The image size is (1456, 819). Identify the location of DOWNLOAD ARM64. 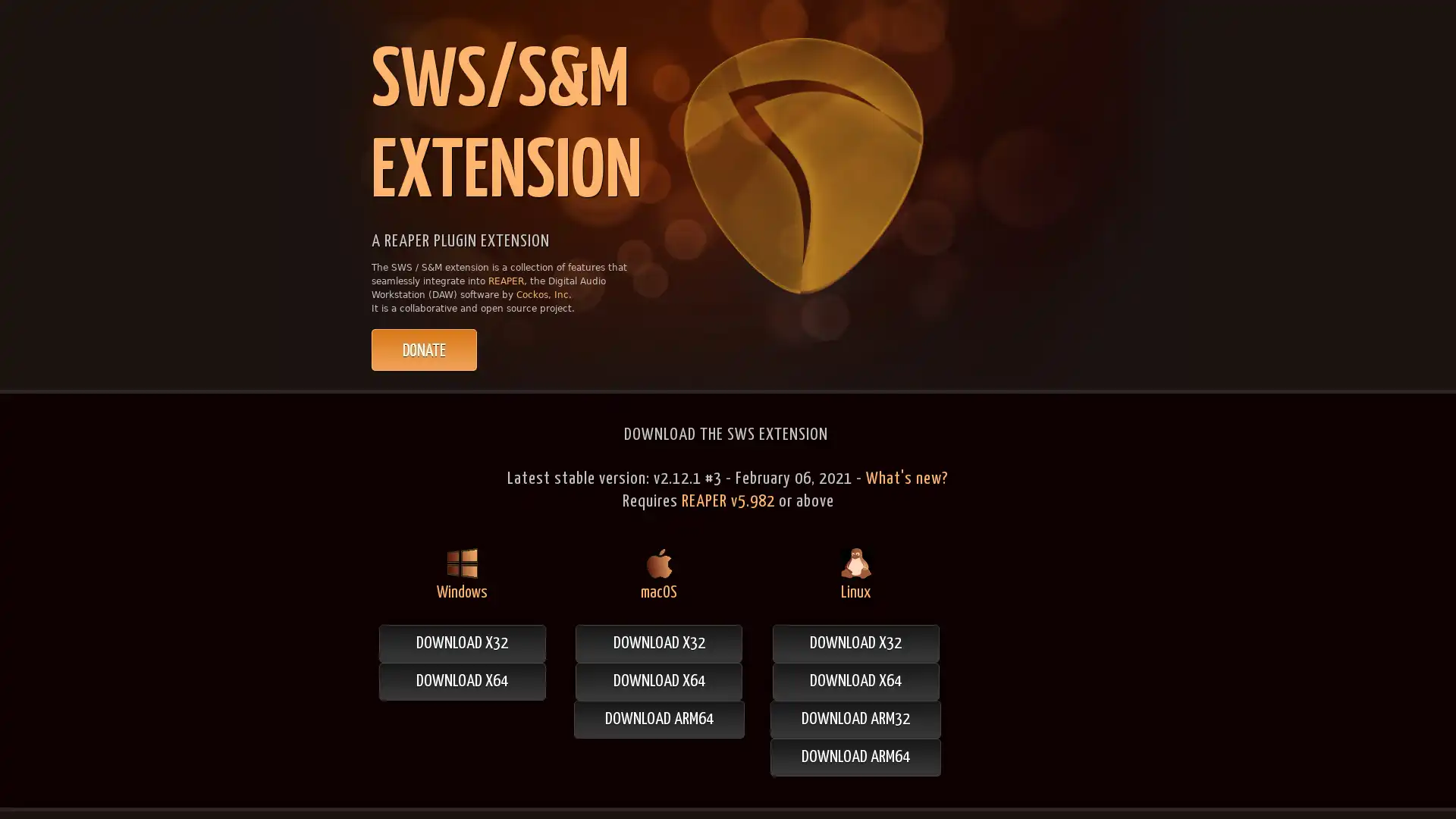
(969, 758).